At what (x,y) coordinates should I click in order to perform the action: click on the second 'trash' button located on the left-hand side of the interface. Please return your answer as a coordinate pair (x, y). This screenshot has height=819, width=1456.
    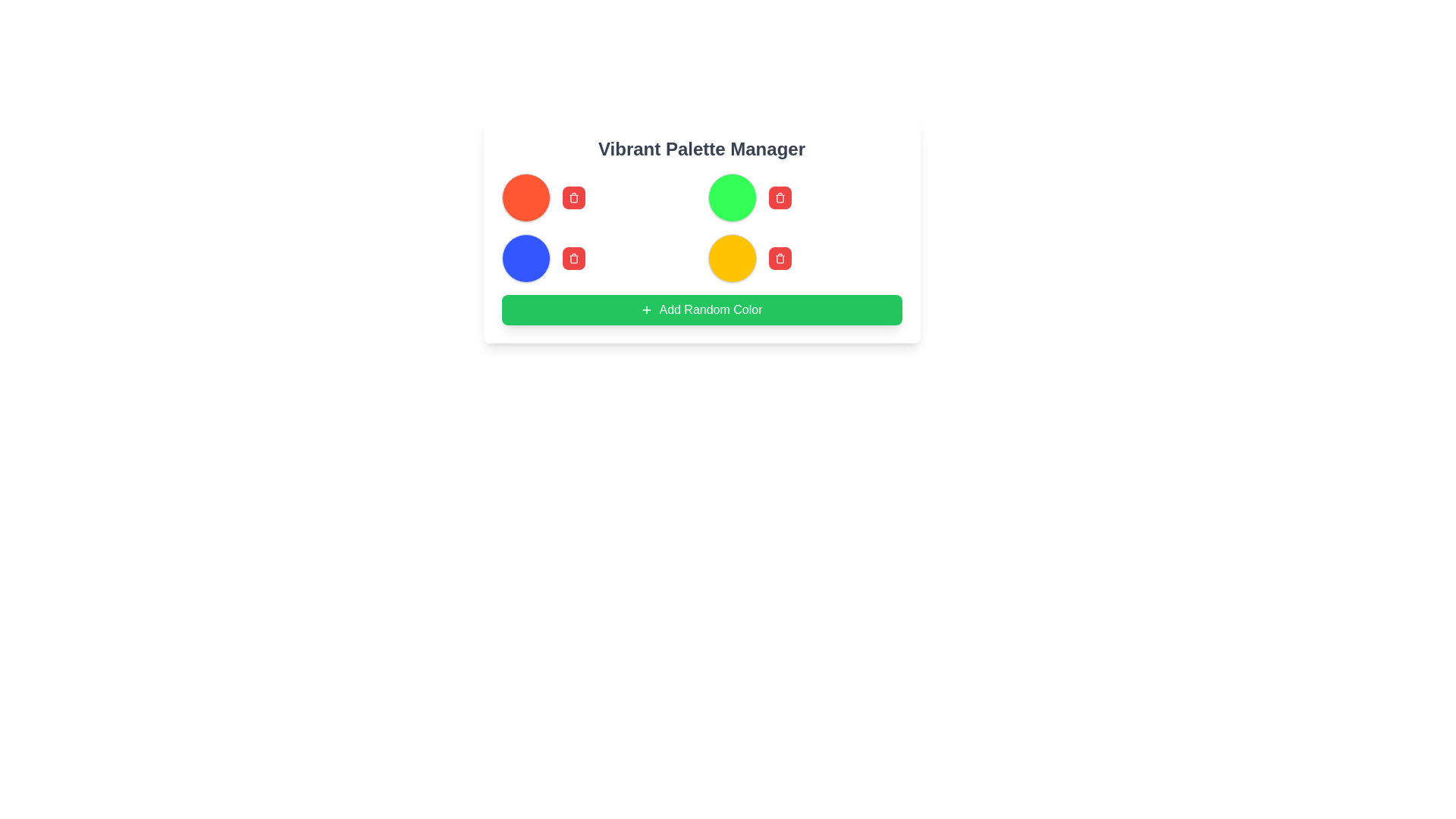
    Looking at the image, I should click on (573, 257).